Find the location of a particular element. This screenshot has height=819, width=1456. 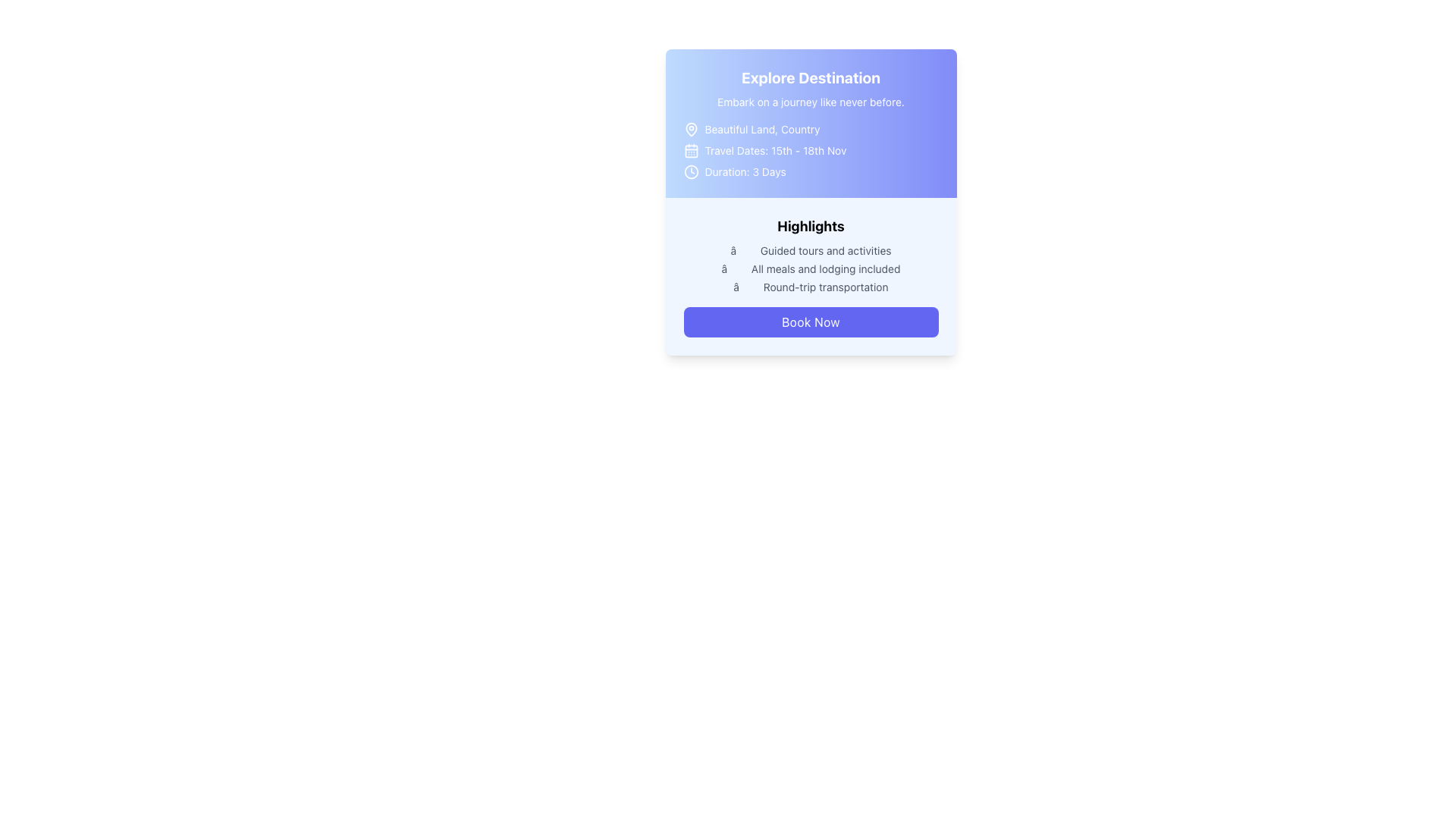

the SVG circle located at the center of the clock icon within the travel information card, which is the third visual indicator in the list is located at coordinates (690, 171).